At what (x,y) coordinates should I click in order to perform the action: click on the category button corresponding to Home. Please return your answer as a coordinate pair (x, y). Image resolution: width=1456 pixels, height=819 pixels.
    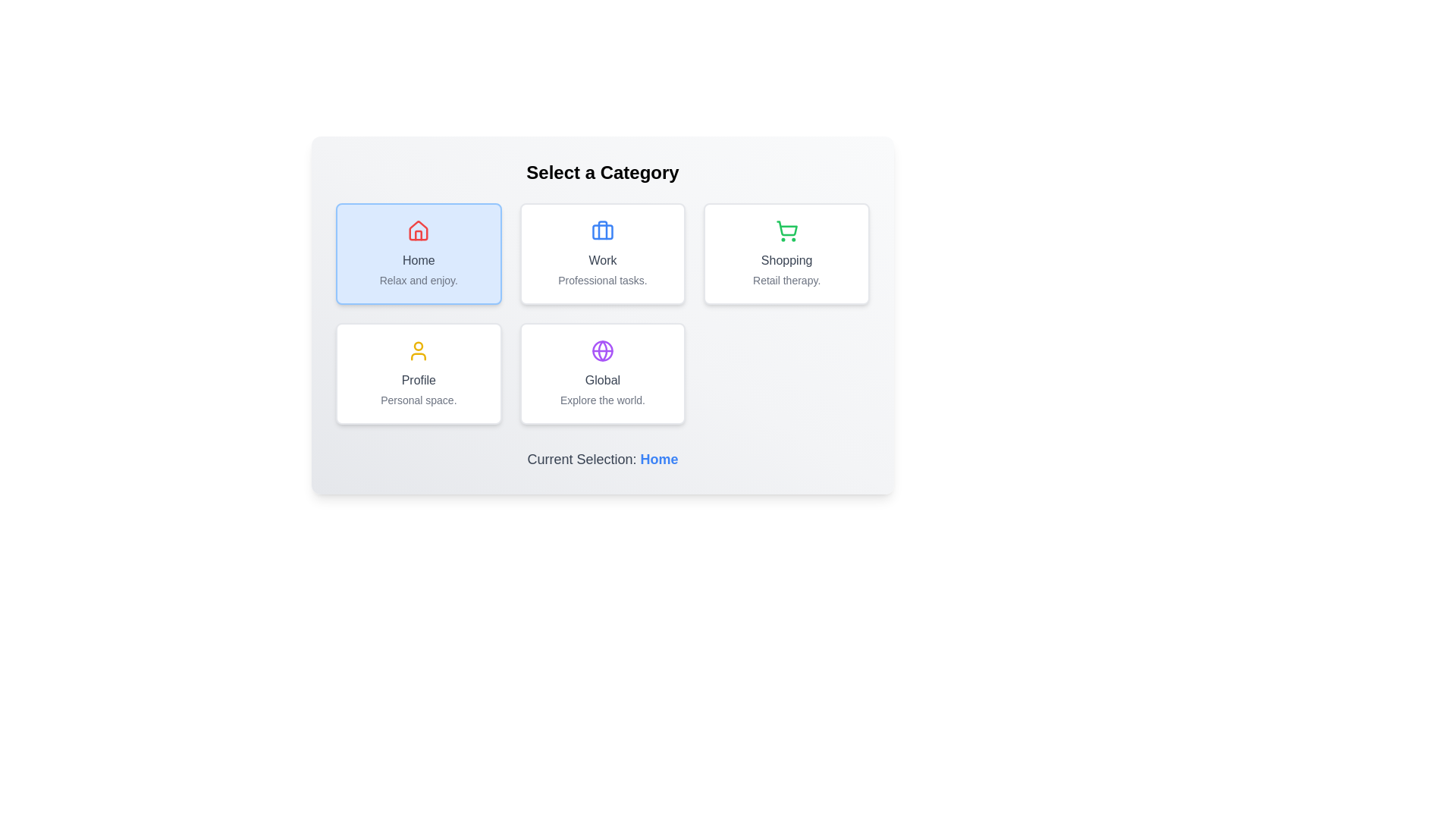
    Looking at the image, I should click on (419, 253).